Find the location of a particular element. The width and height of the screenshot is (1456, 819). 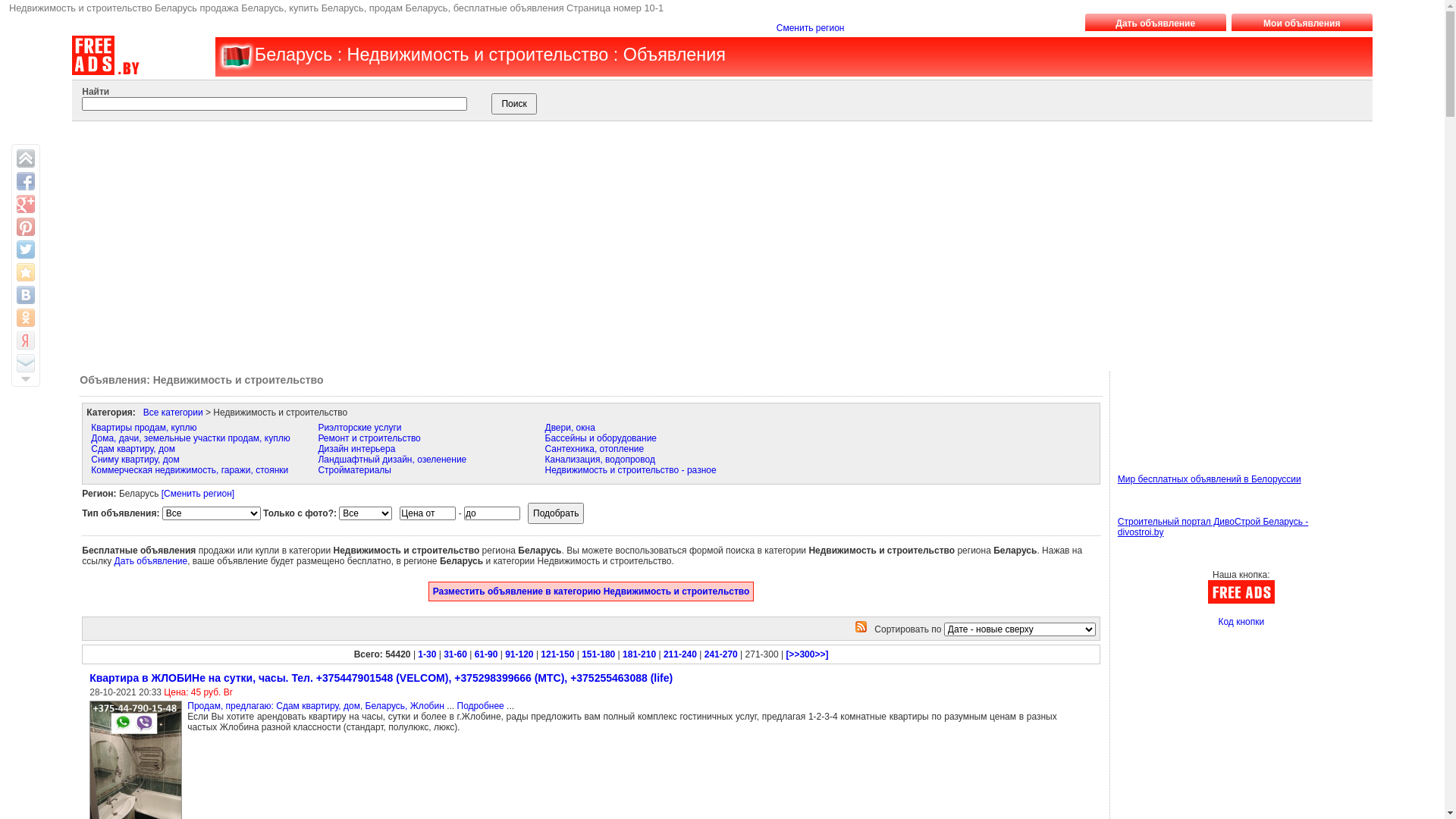

'Back on top' is located at coordinates (25, 158).